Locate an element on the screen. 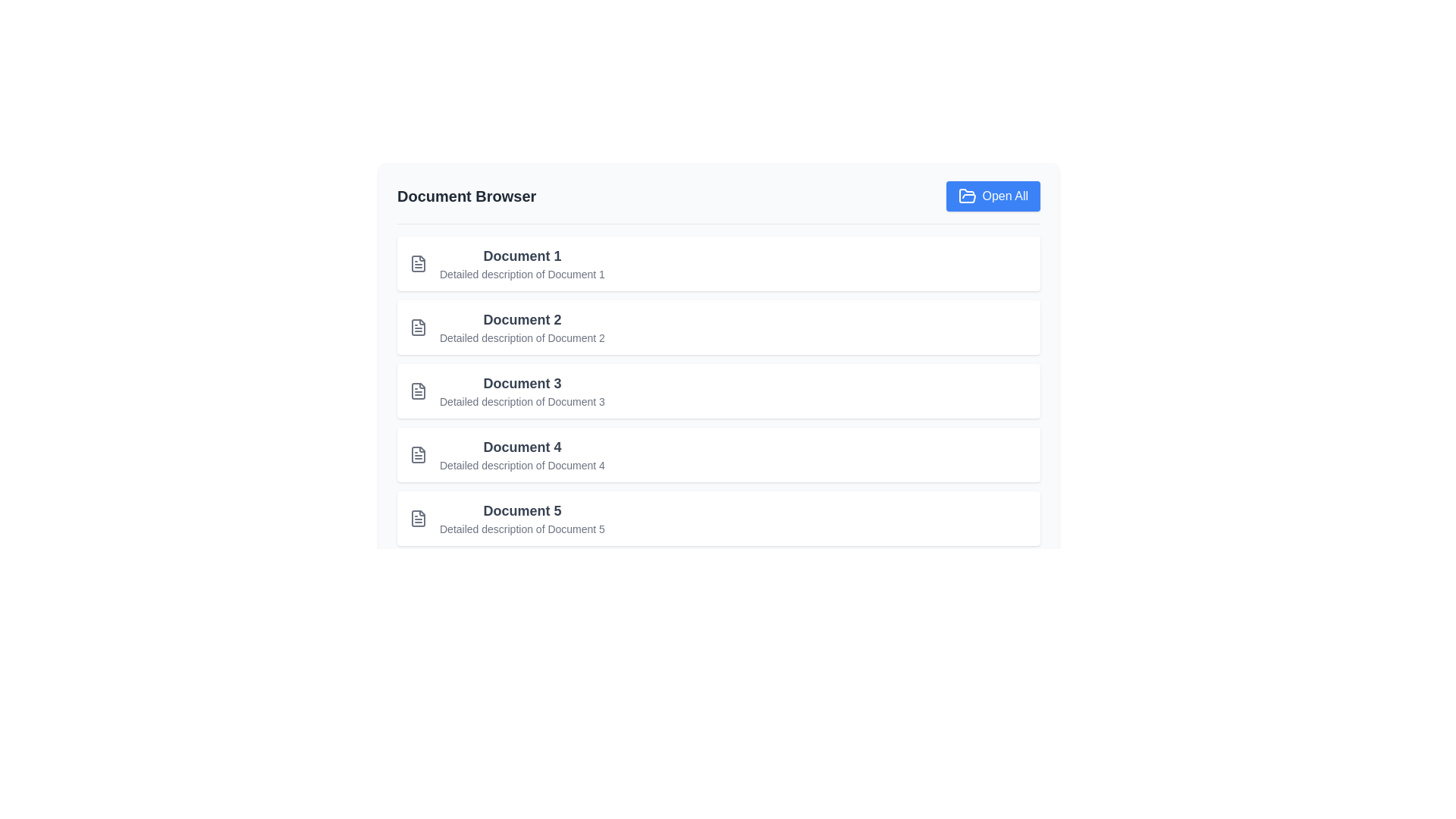  the gray document icon with rounded edges located to the left of the 'Document 4' title is located at coordinates (419, 454).